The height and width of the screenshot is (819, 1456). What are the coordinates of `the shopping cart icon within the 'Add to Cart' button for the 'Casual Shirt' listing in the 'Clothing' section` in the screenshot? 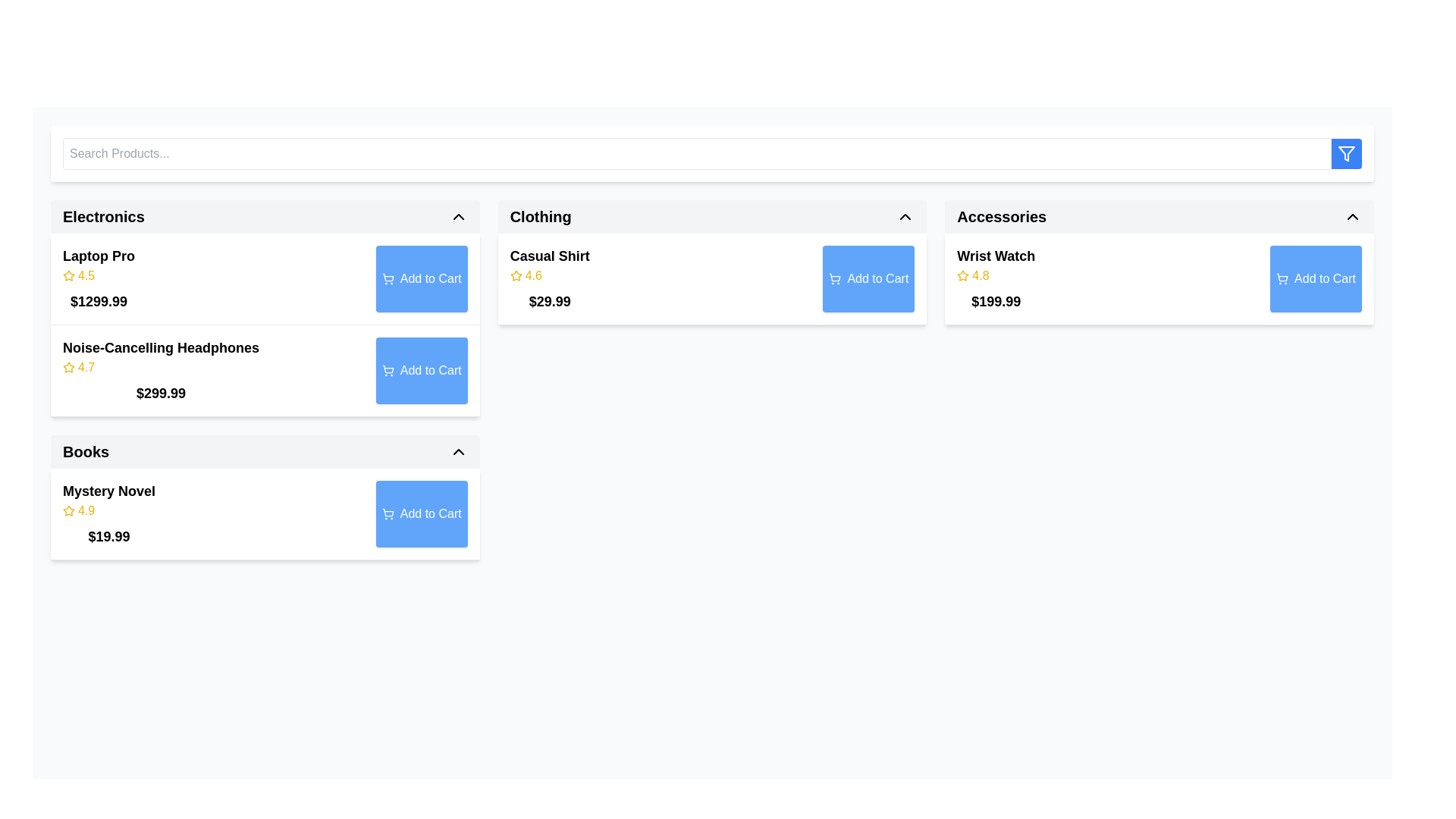 It's located at (834, 278).